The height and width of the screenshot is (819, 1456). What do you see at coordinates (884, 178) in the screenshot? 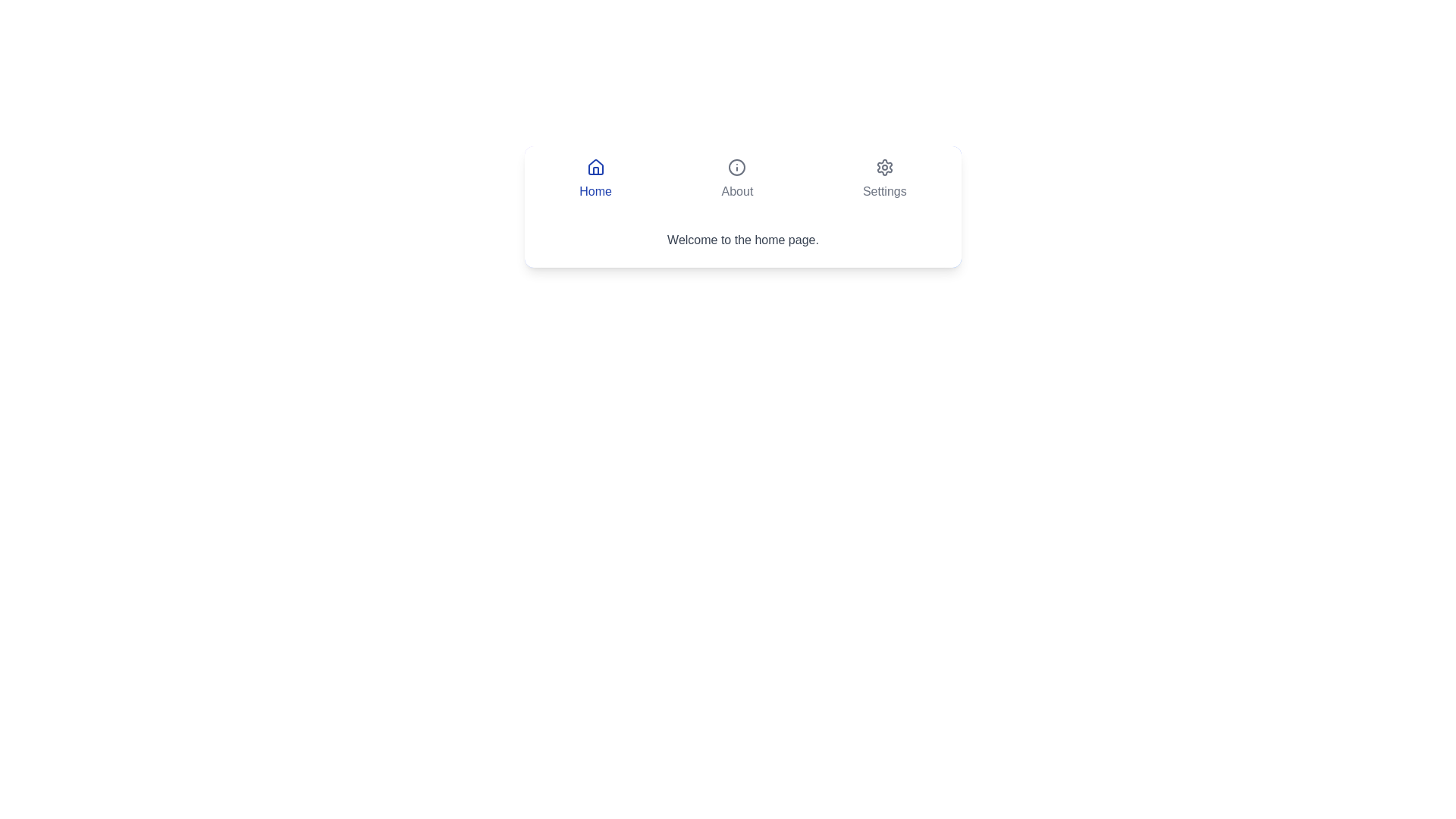
I see `the Settings tab by clicking its button` at bounding box center [884, 178].